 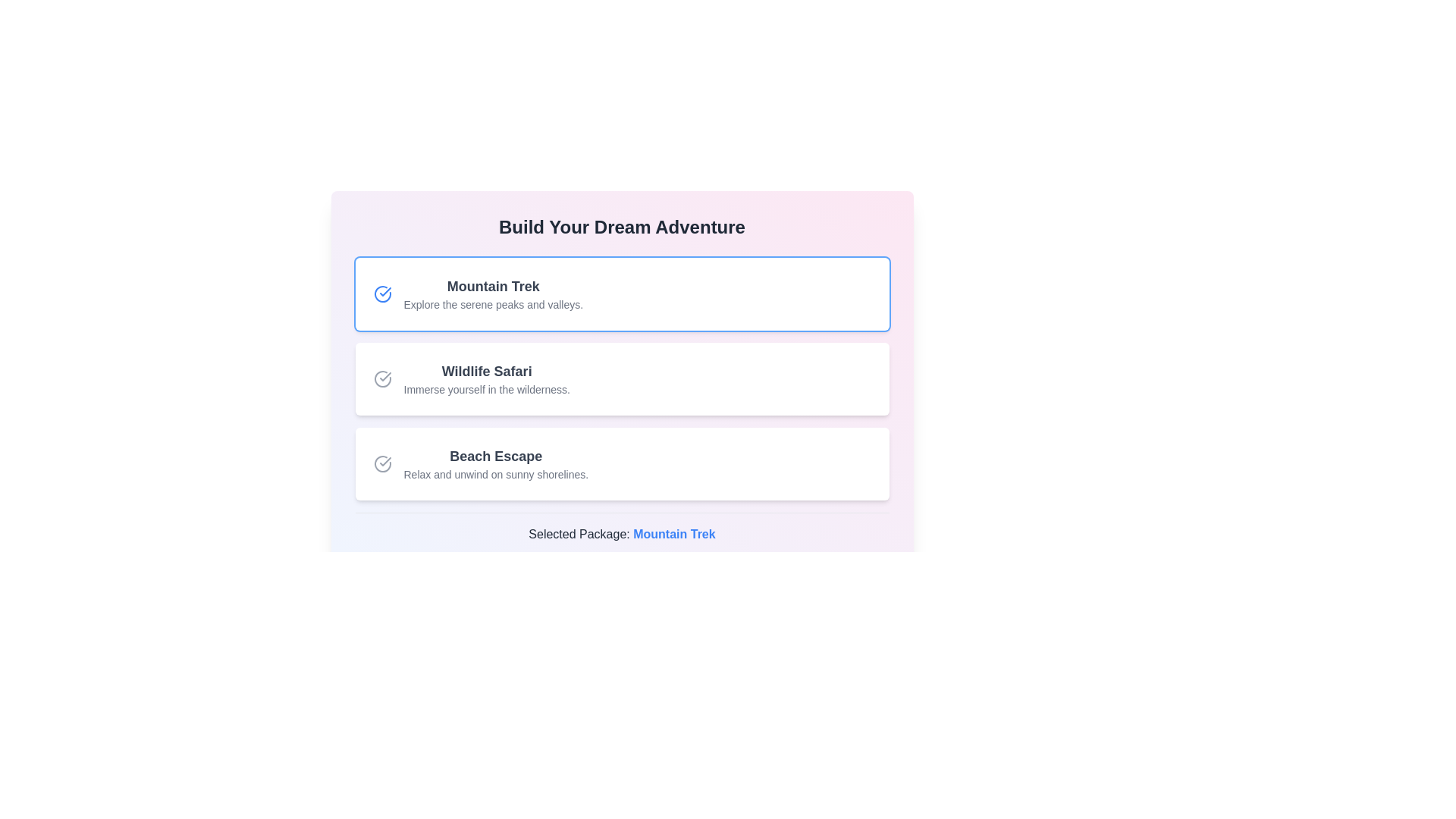 What do you see at coordinates (622, 227) in the screenshot?
I see `the text label that reads 'Build Your Dream Adventure', which is prominently displayed at the top of the section in a large and bold font` at bounding box center [622, 227].